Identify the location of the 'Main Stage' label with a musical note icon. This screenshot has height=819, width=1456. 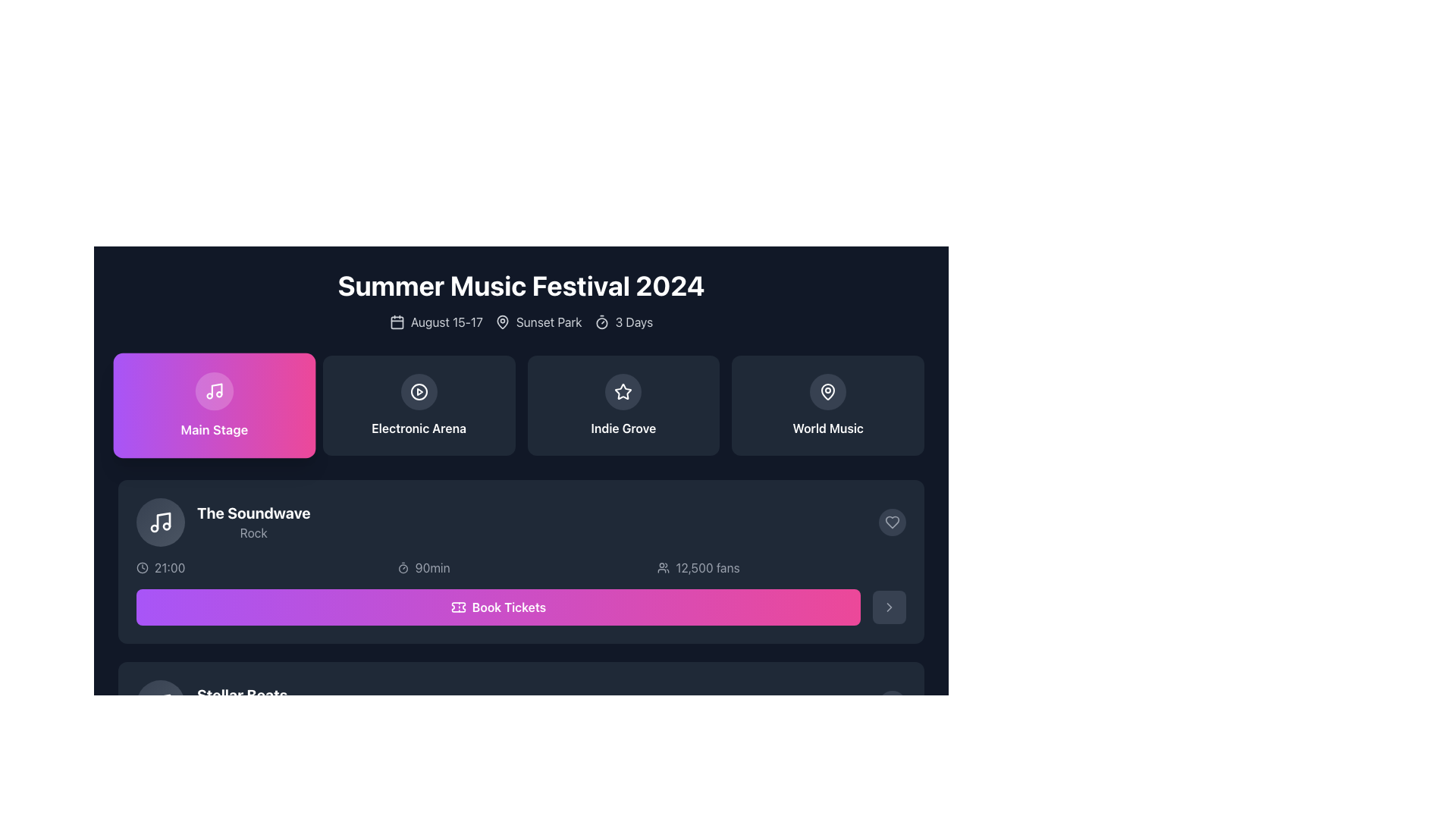
(213, 405).